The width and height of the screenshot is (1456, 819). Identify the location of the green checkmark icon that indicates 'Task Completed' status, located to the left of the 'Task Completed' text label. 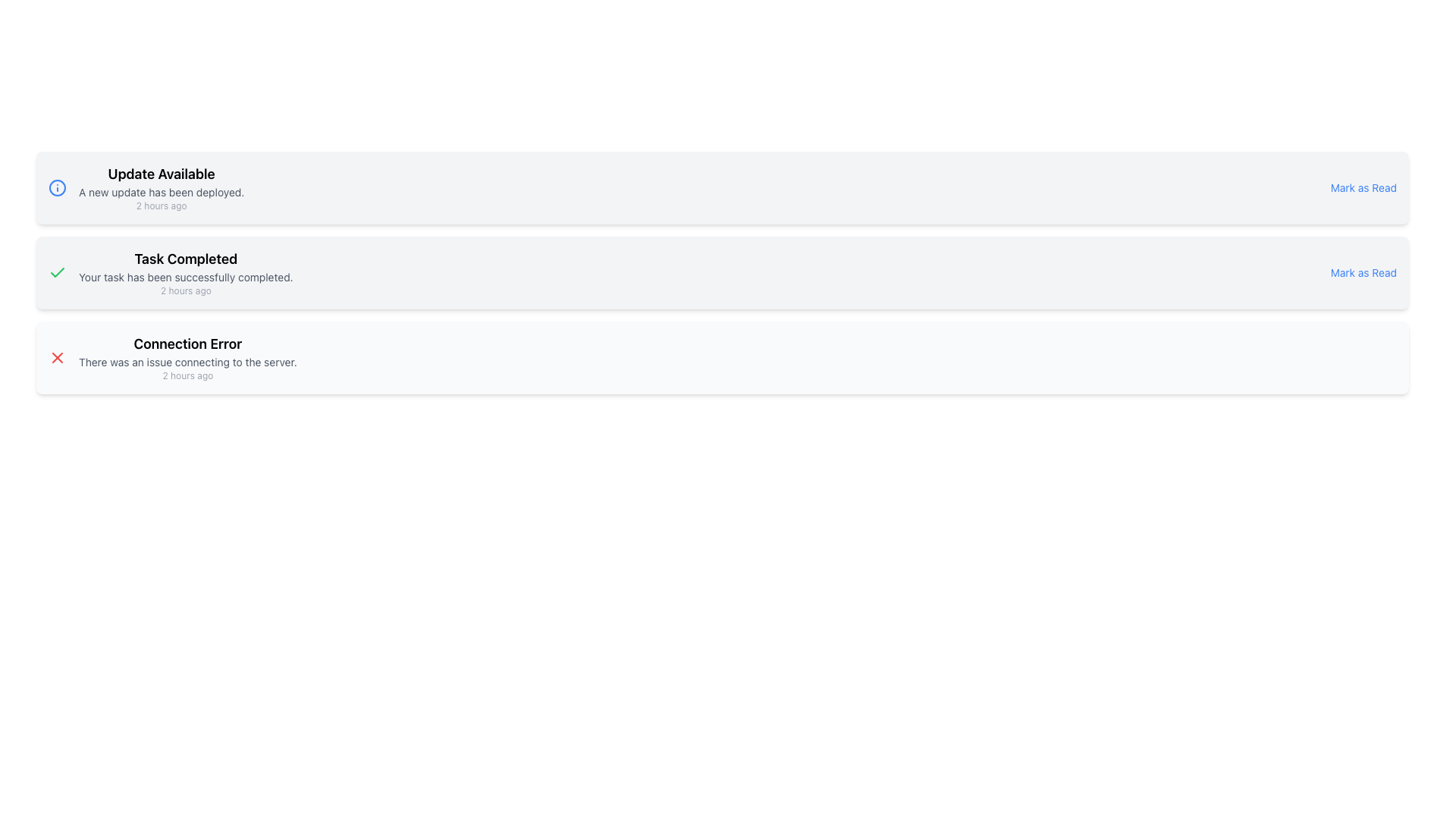
(58, 271).